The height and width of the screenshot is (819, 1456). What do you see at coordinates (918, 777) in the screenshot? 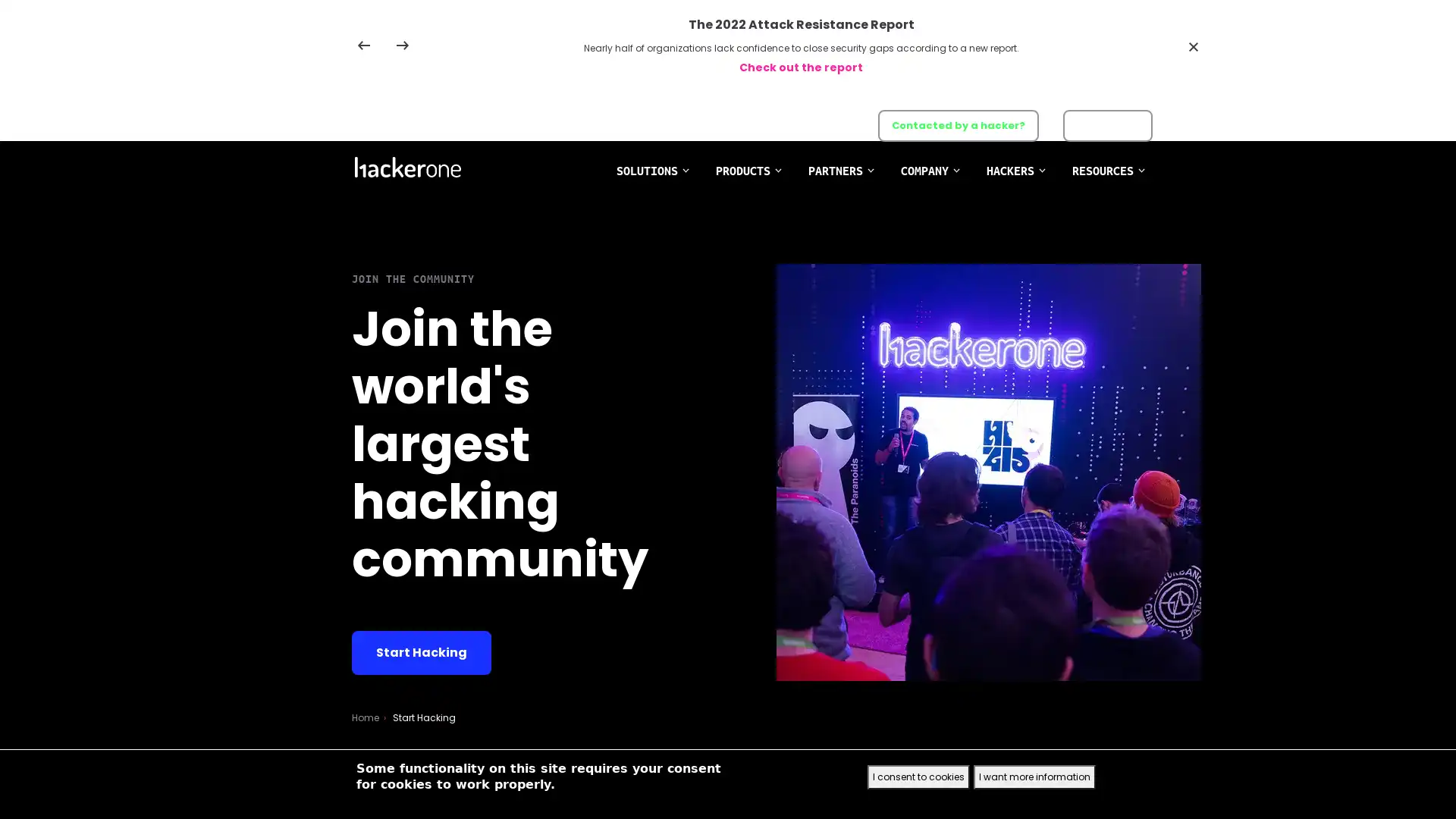
I see `I consent to cookies` at bounding box center [918, 777].